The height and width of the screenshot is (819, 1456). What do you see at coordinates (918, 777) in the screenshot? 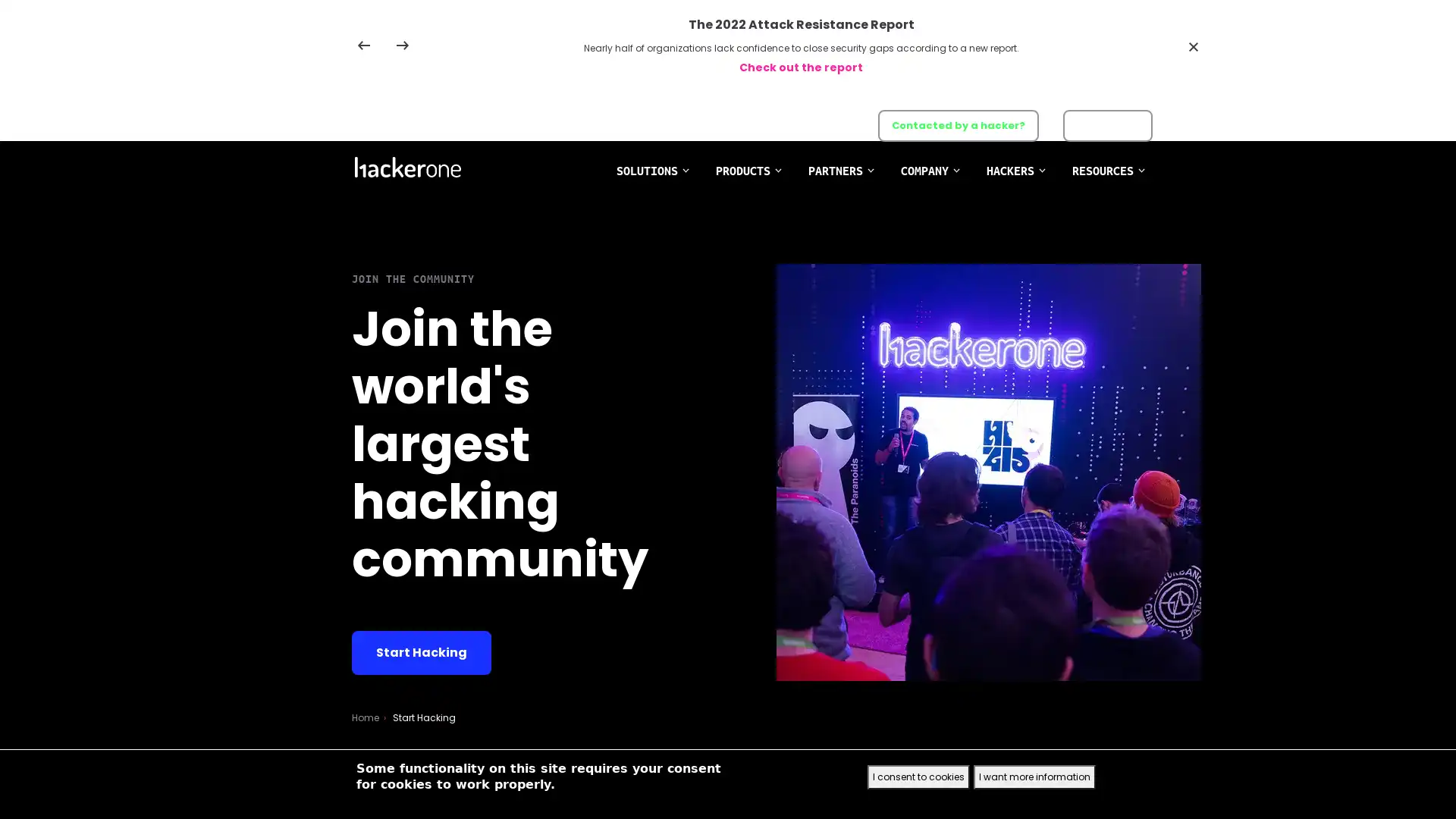
I see `I consent to cookies` at bounding box center [918, 777].